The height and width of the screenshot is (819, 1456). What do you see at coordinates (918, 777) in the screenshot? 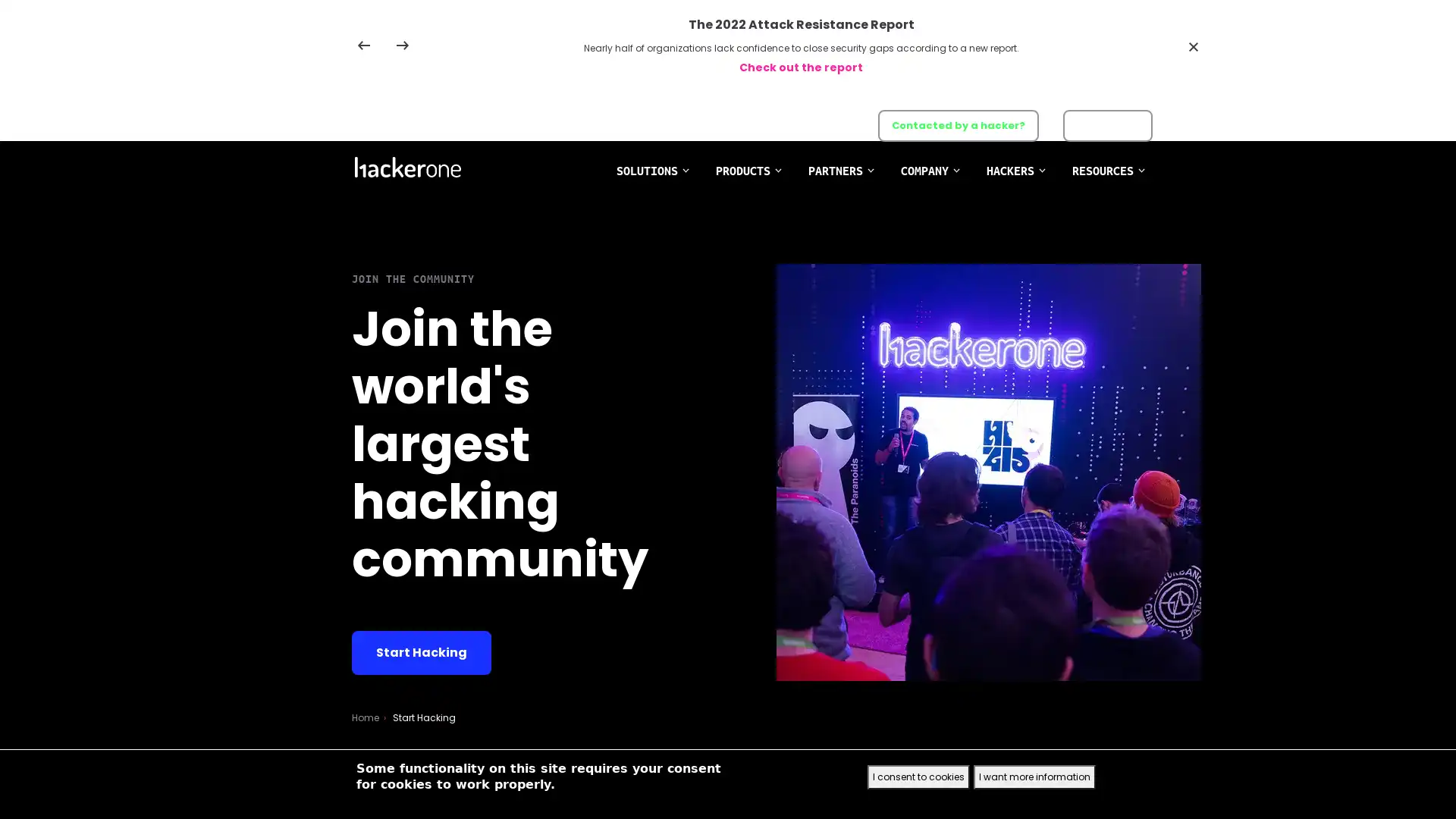
I see `I consent to cookies` at bounding box center [918, 777].